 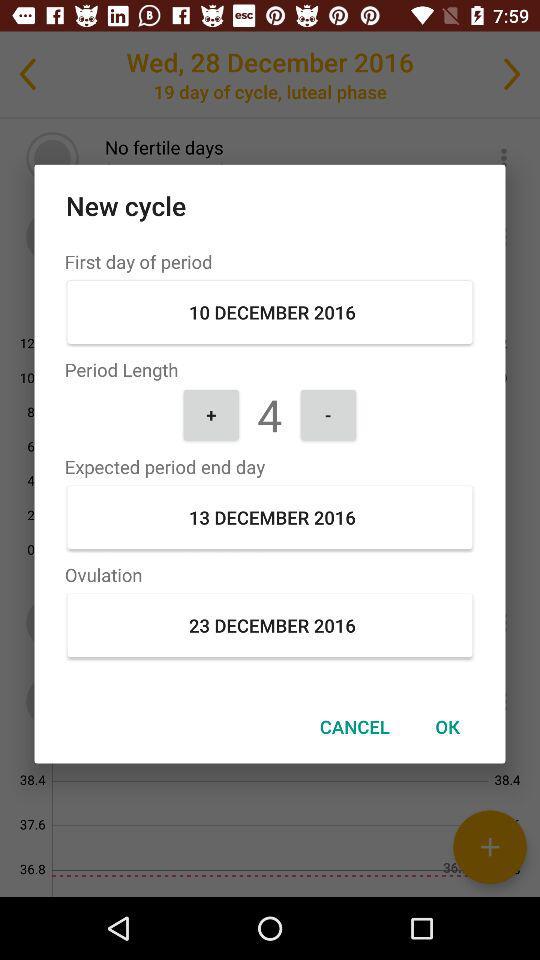 What do you see at coordinates (210, 413) in the screenshot?
I see `the item below the period length icon` at bounding box center [210, 413].